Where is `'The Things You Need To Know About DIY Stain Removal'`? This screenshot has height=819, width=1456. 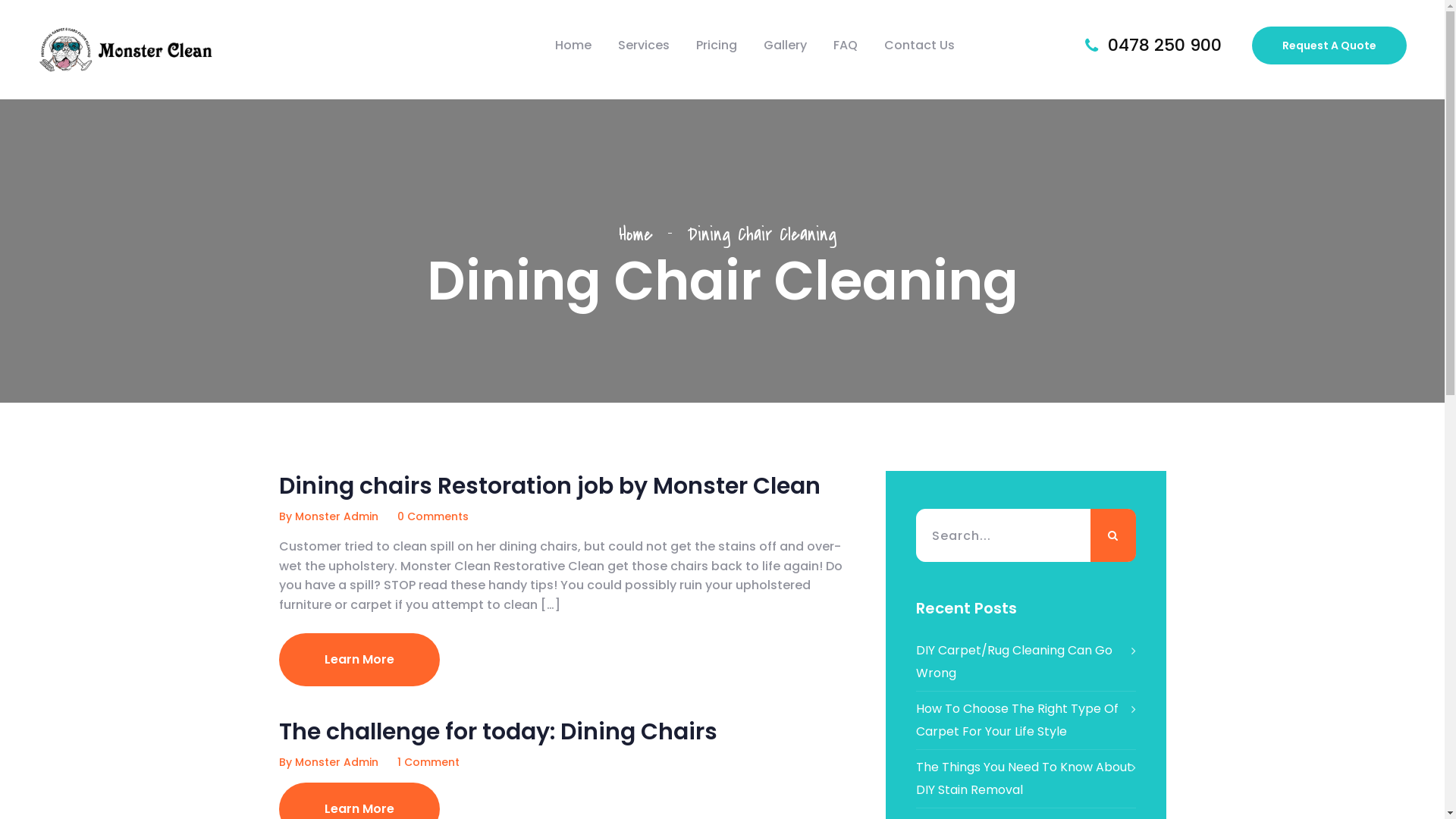
'The Things You Need To Know About DIY Stain Removal' is located at coordinates (1026, 778).